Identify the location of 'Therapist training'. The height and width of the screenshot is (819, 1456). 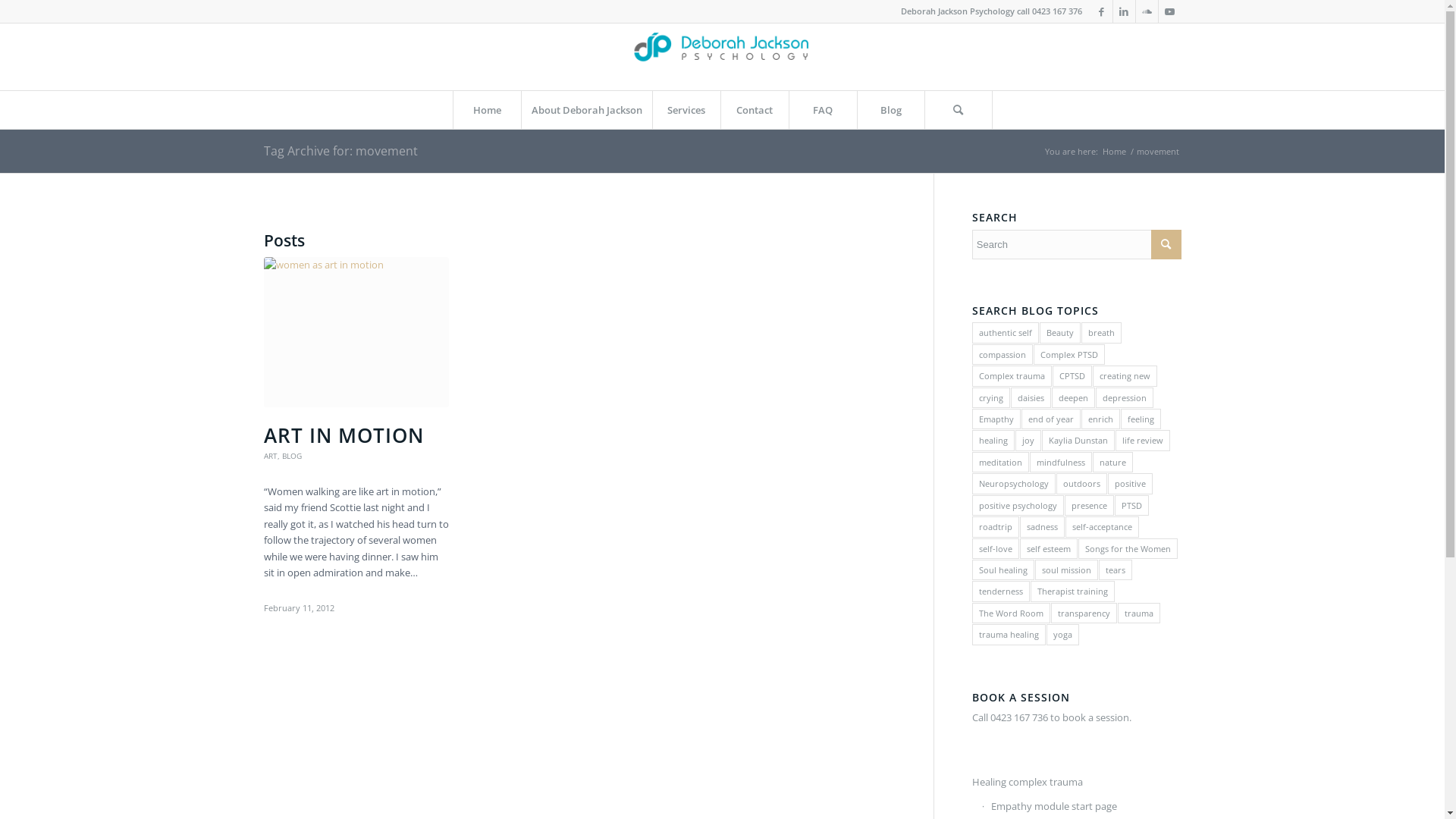
(1072, 590).